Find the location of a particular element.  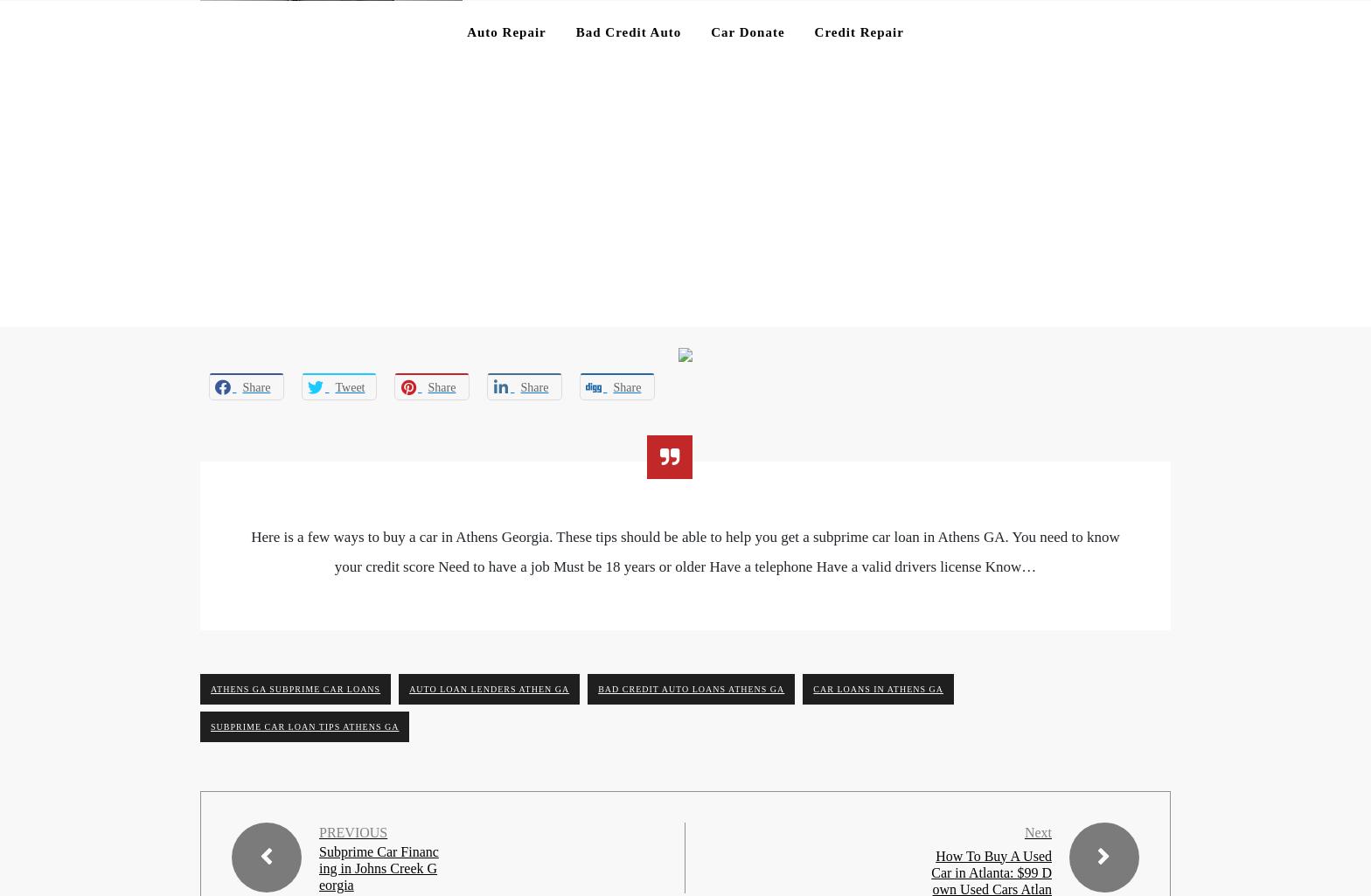

'Your email address will not be published.' is located at coordinates (199, 193).